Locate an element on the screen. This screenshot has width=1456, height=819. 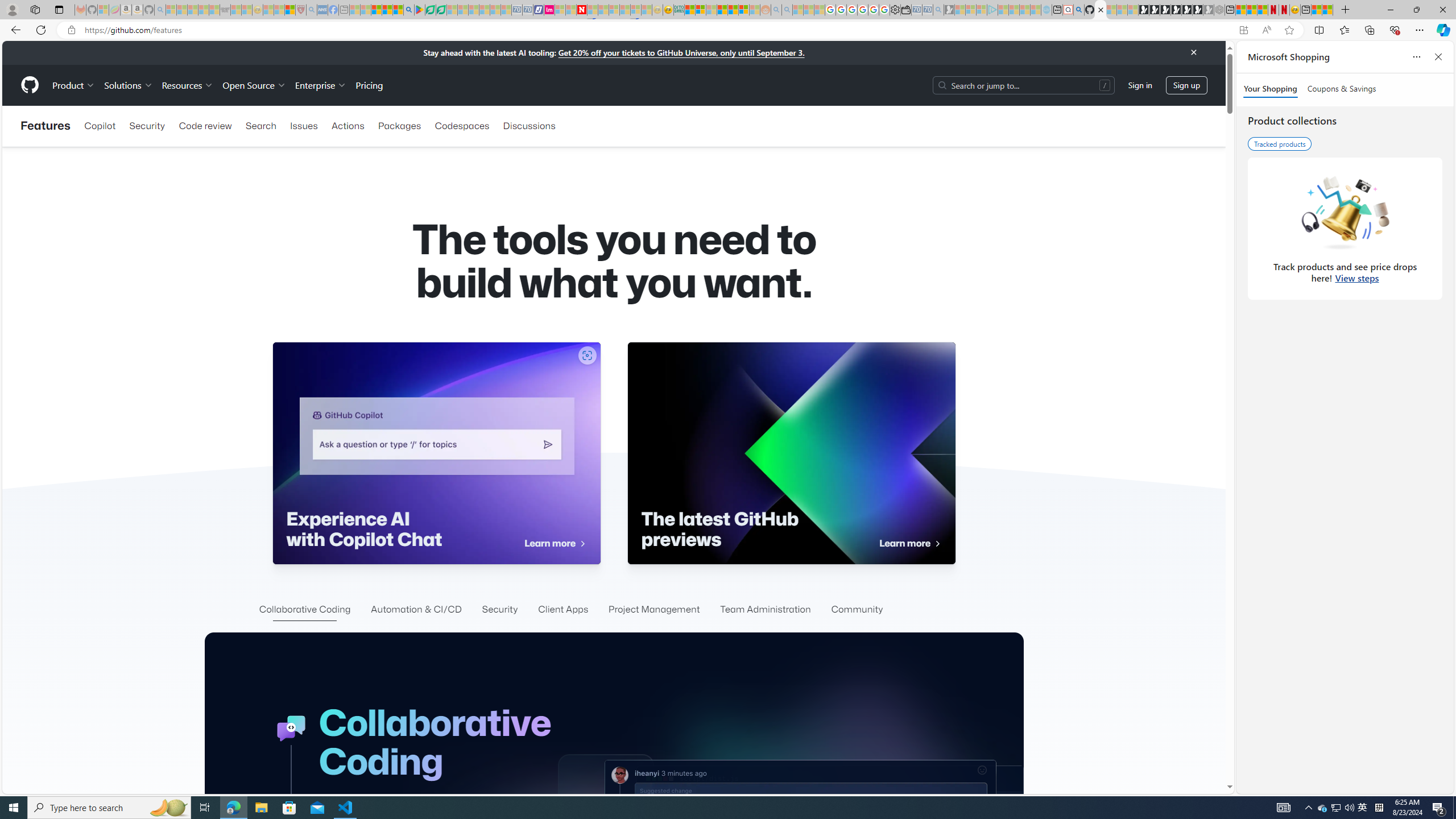
'Experience AI with Copilot Chat Learn more ' is located at coordinates (436, 453).